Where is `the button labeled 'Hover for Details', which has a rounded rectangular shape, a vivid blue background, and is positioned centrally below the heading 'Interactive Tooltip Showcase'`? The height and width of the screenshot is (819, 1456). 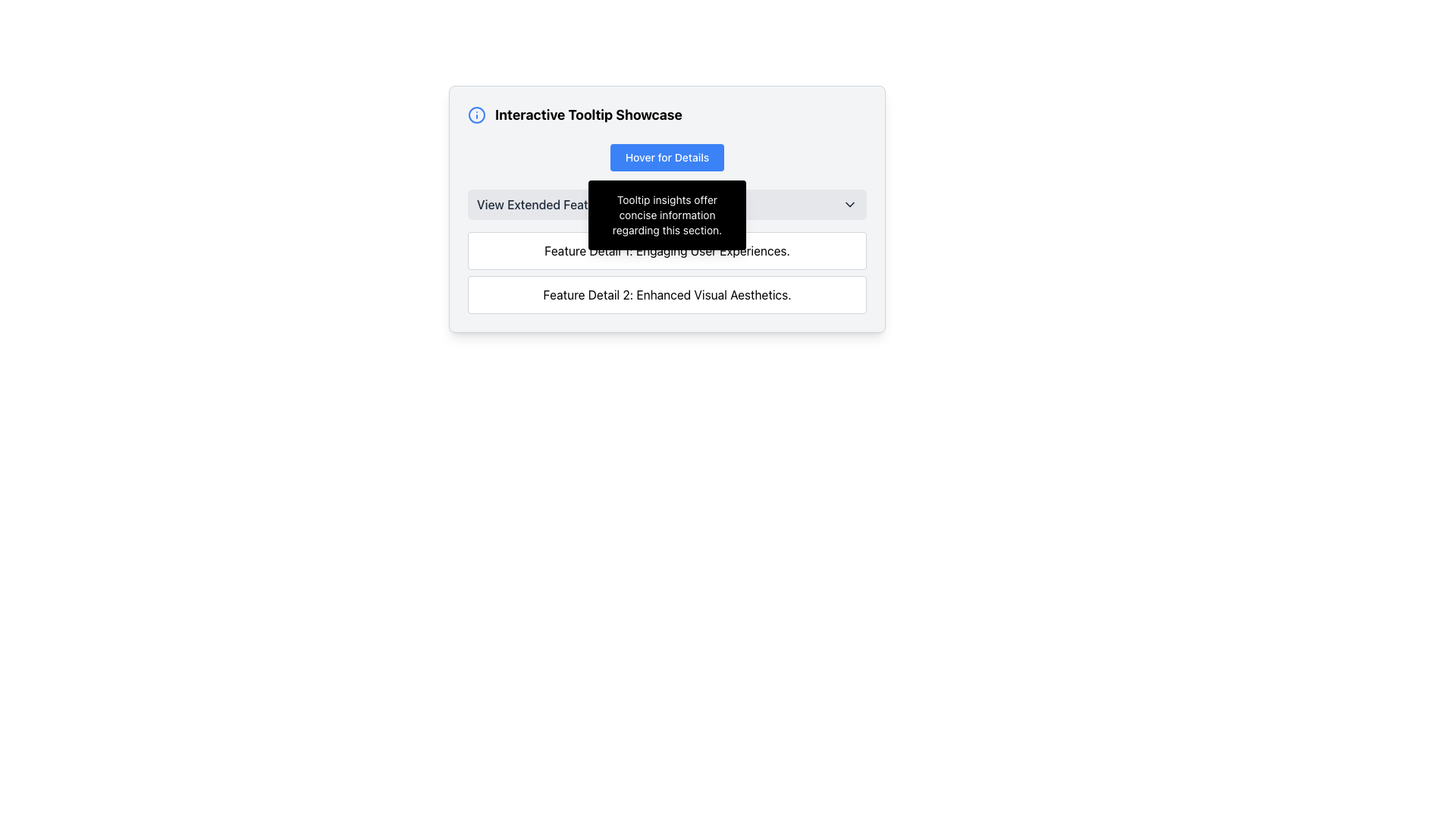
the button labeled 'Hover for Details', which has a rounded rectangular shape, a vivid blue background, and is positioned centrally below the heading 'Interactive Tooltip Showcase' is located at coordinates (667, 158).